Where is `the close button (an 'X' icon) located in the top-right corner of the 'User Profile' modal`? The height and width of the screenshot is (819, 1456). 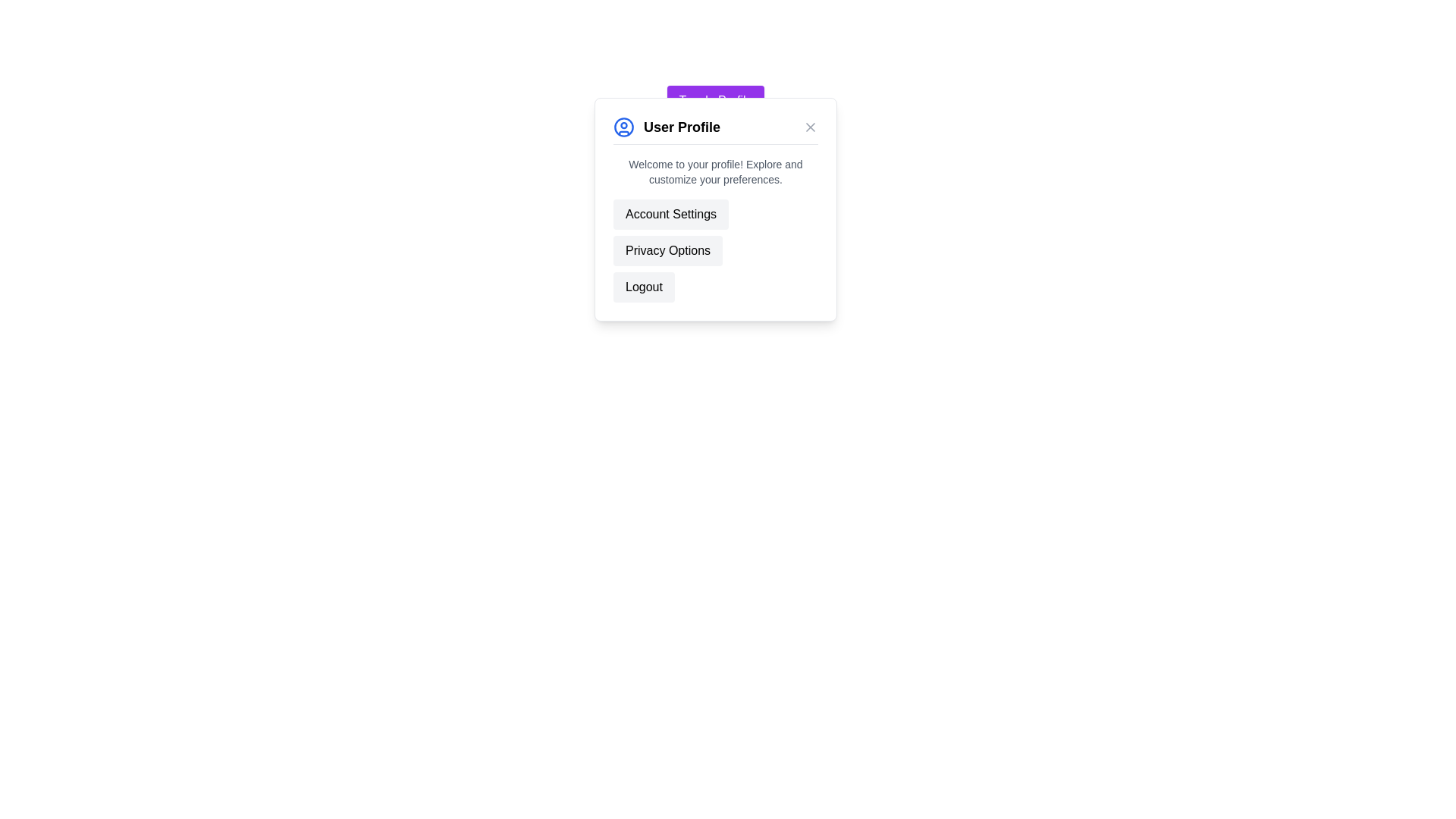 the close button (an 'X' icon) located in the top-right corner of the 'User Profile' modal is located at coordinates (810, 127).